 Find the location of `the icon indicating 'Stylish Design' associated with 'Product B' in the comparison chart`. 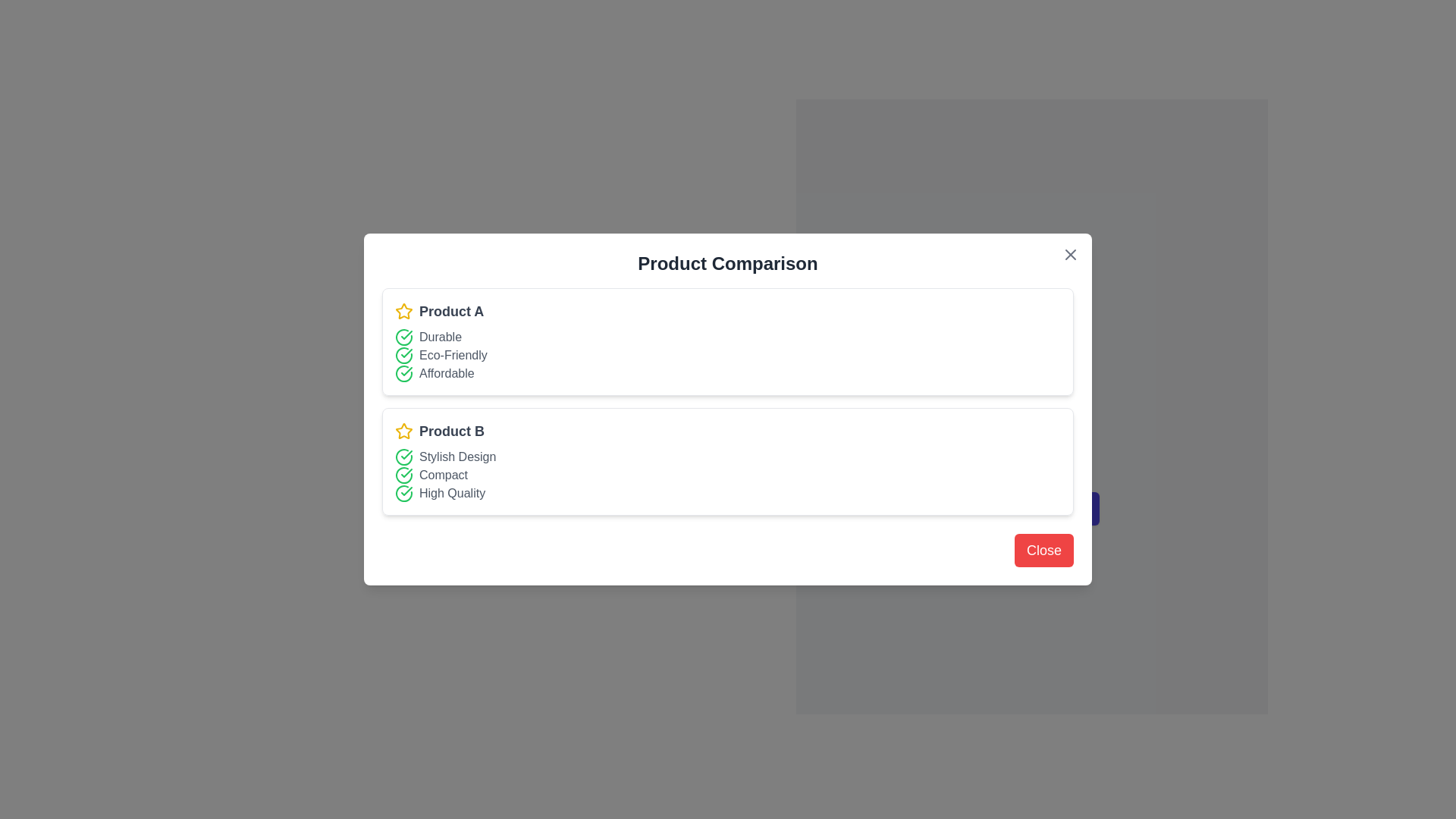

the icon indicating 'Stylish Design' associated with 'Product B' in the comparison chart is located at coordinates (403, 456).